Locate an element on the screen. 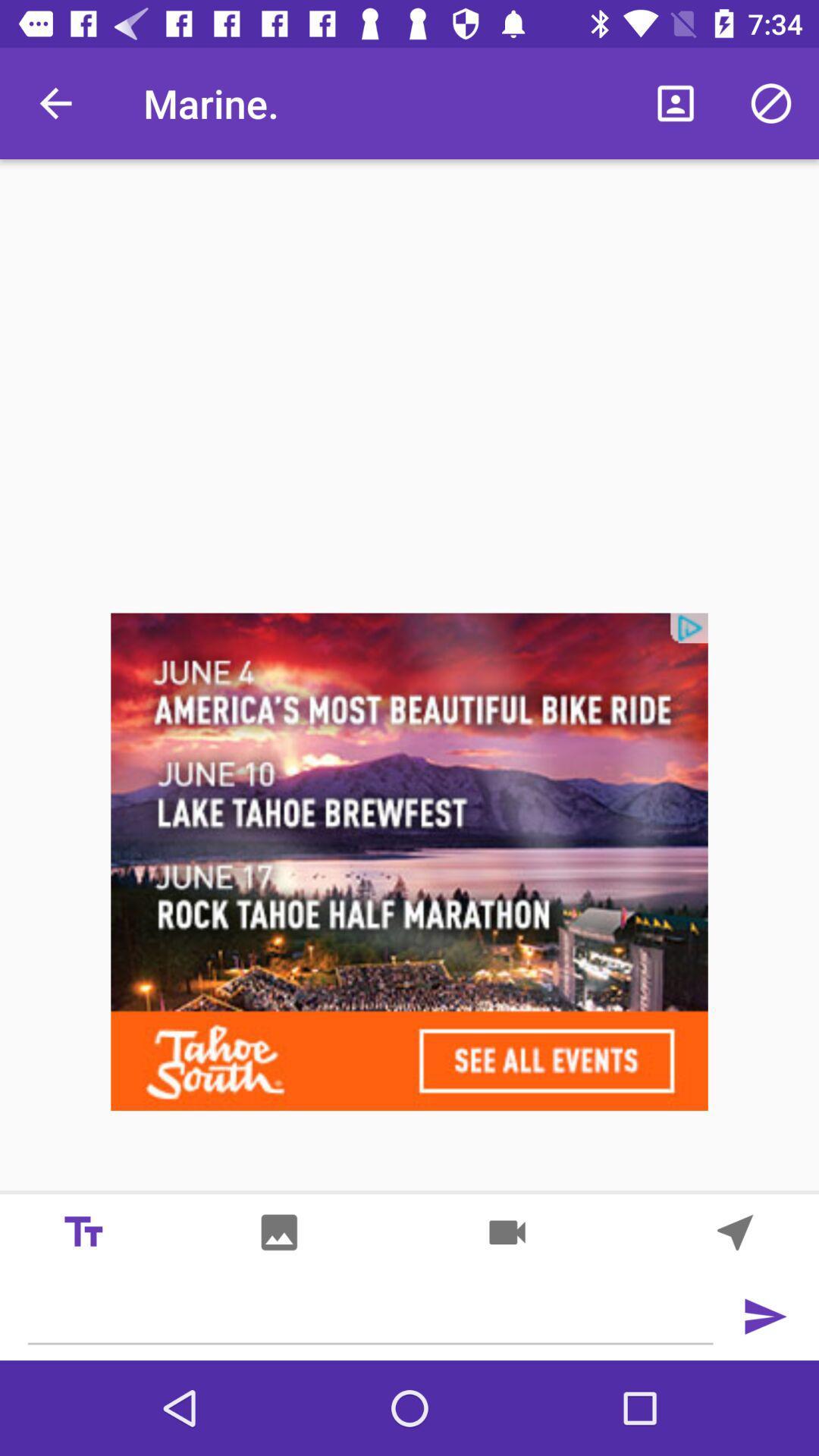 The height and width of the screenshot is (1456, 819). go back is located at coordinates (734, 1232).